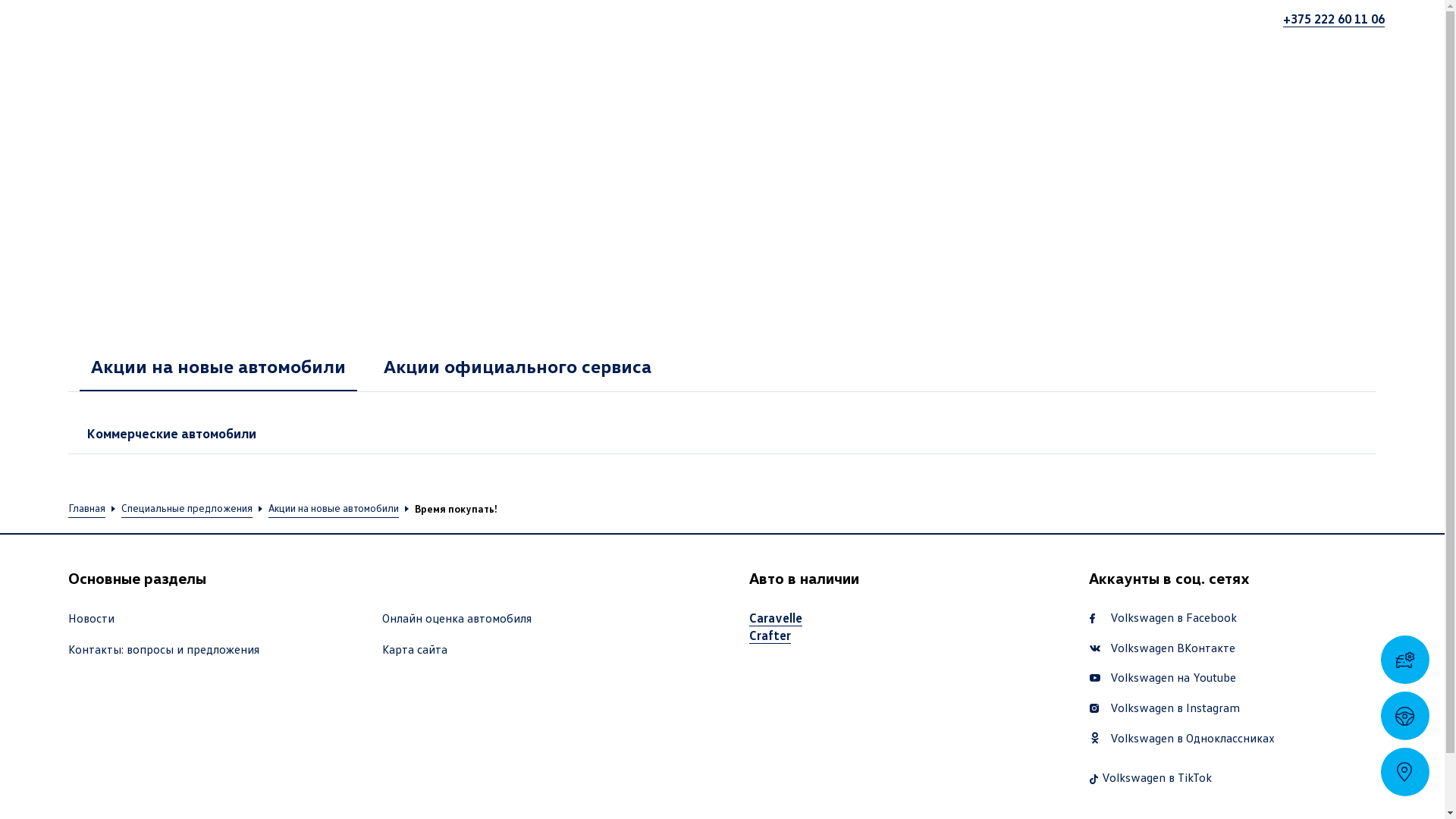  What do you see at coordinates (749, 617) in the screenshot?
I see `'Caravelle'` at bounding box center [749, 617].